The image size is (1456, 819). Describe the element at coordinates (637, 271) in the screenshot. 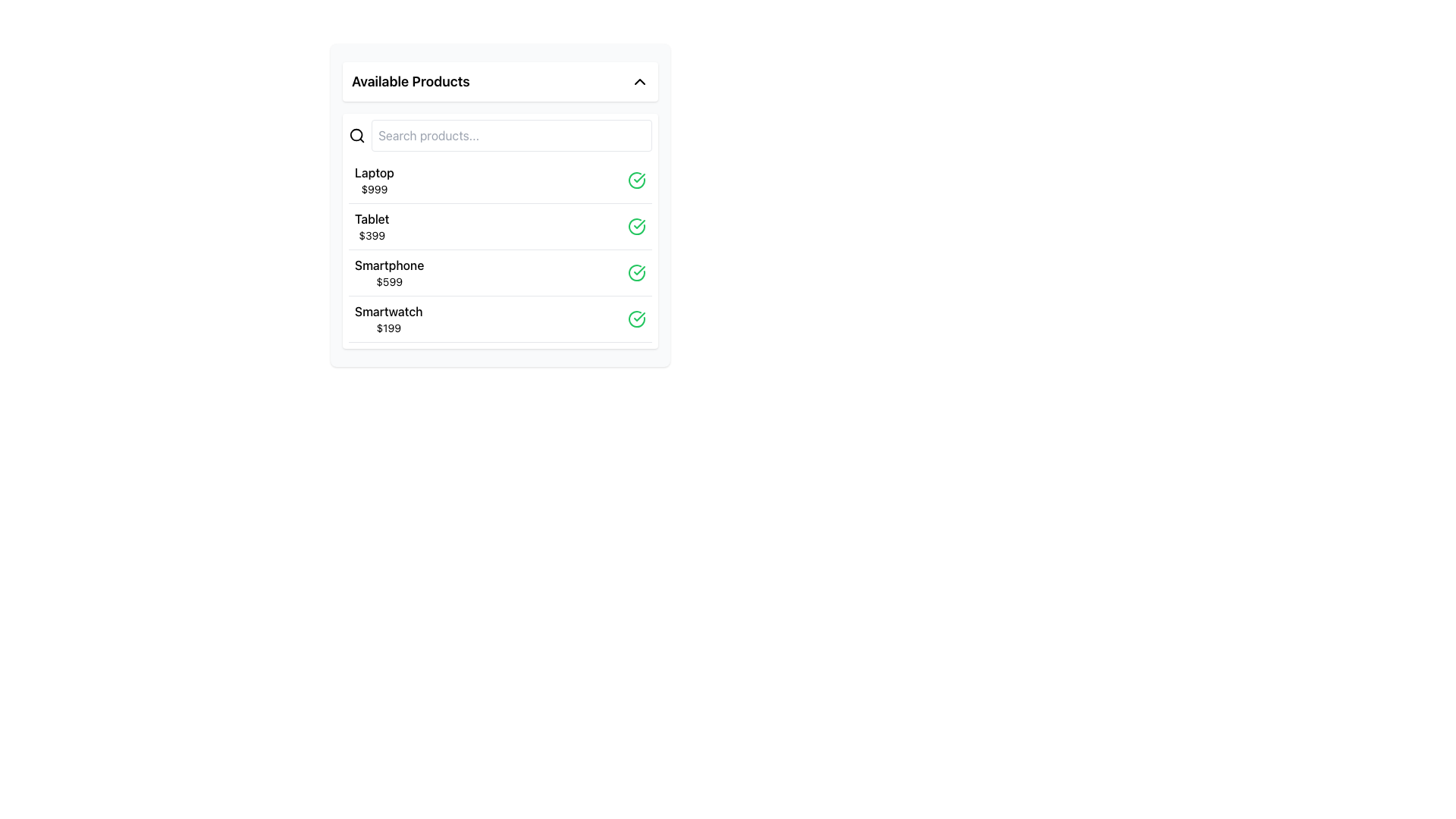

I see `the green circular icon with a checkmark inside, located to the far right of the row containing 'Smartphone' and '$599'` at that location.